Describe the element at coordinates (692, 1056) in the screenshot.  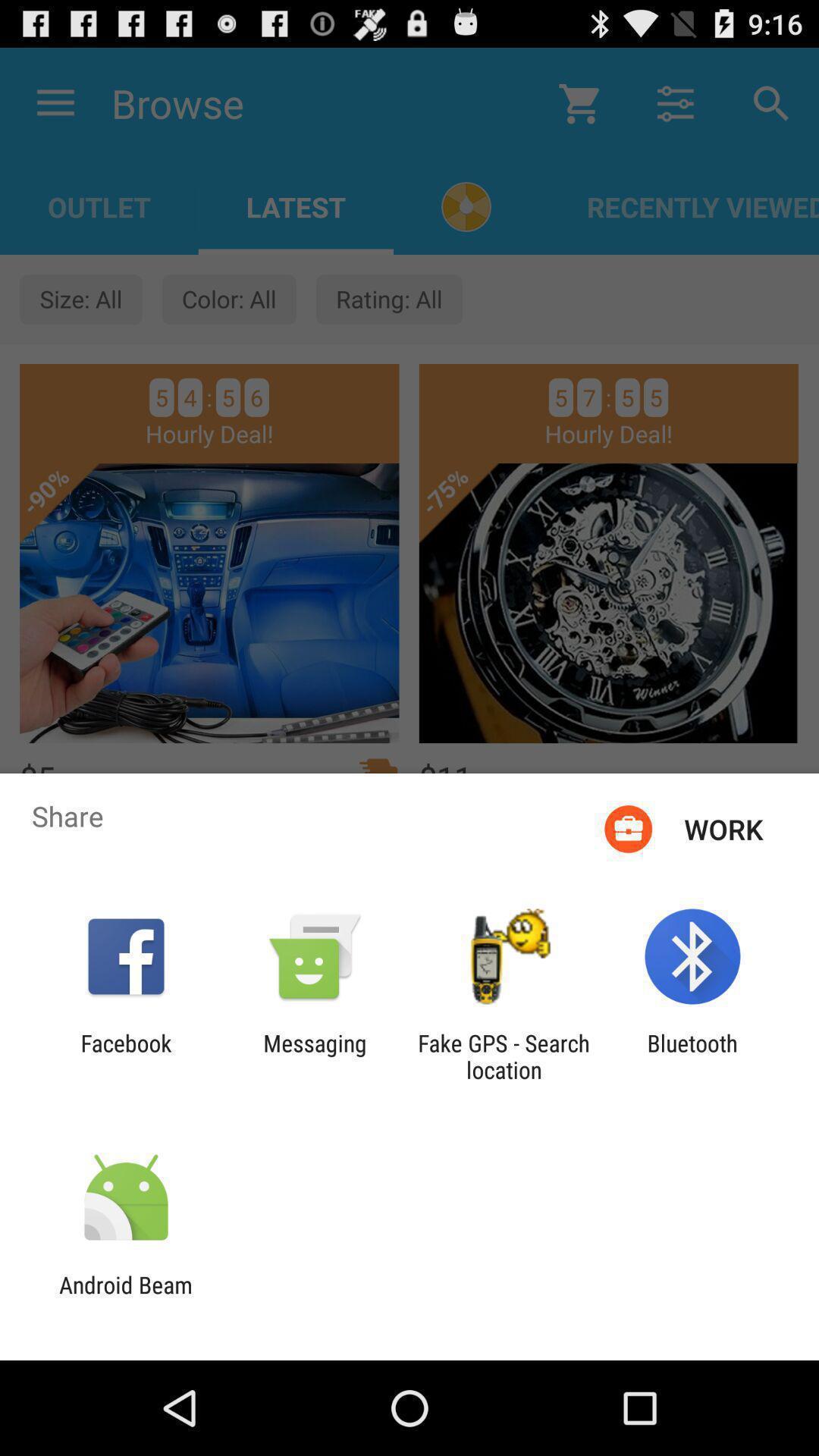
I see `icon to the right of the fake gps search icon` at that location.